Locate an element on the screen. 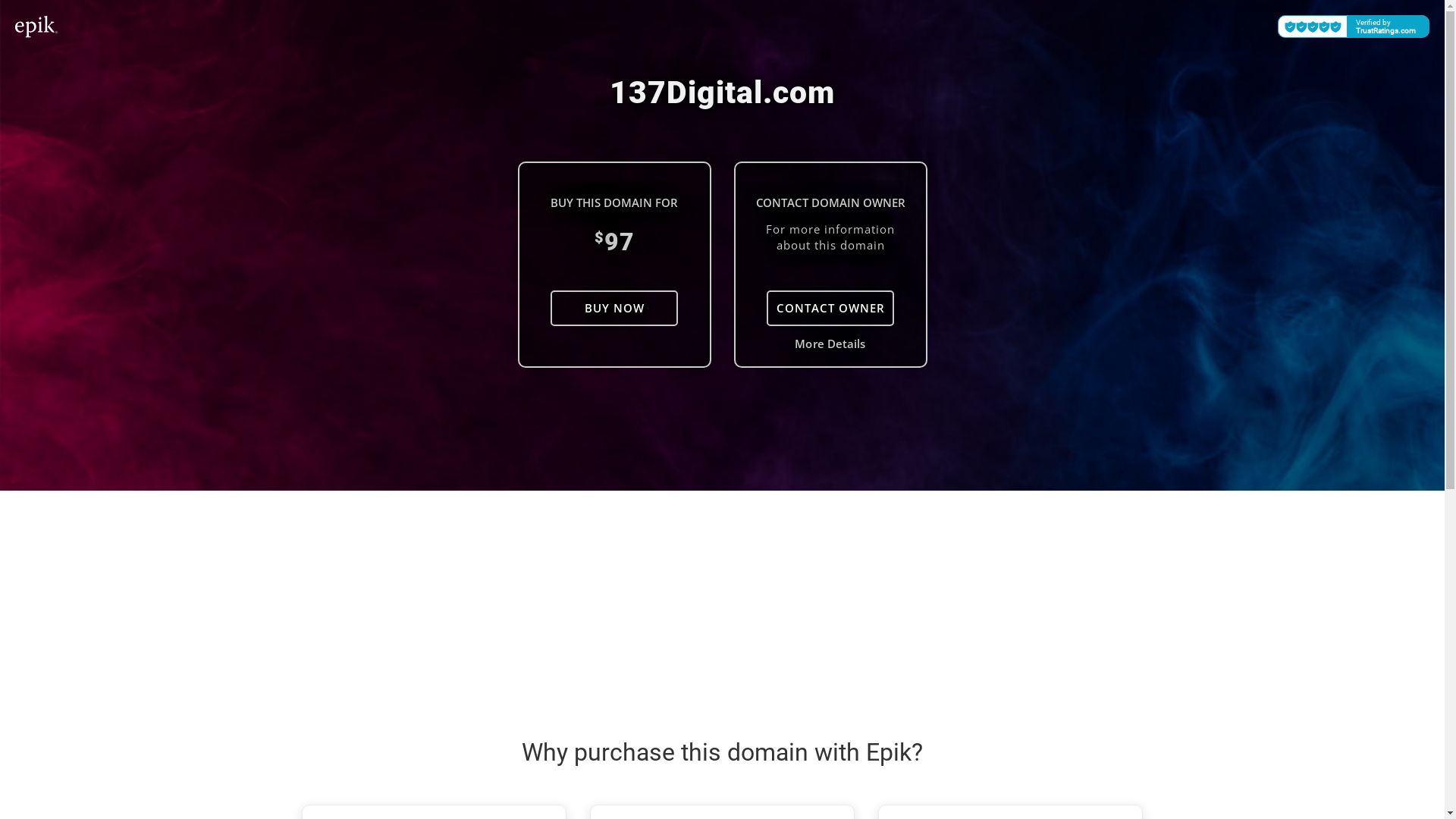  'CONTACT OWNER' is located at coordinates (829, 307).